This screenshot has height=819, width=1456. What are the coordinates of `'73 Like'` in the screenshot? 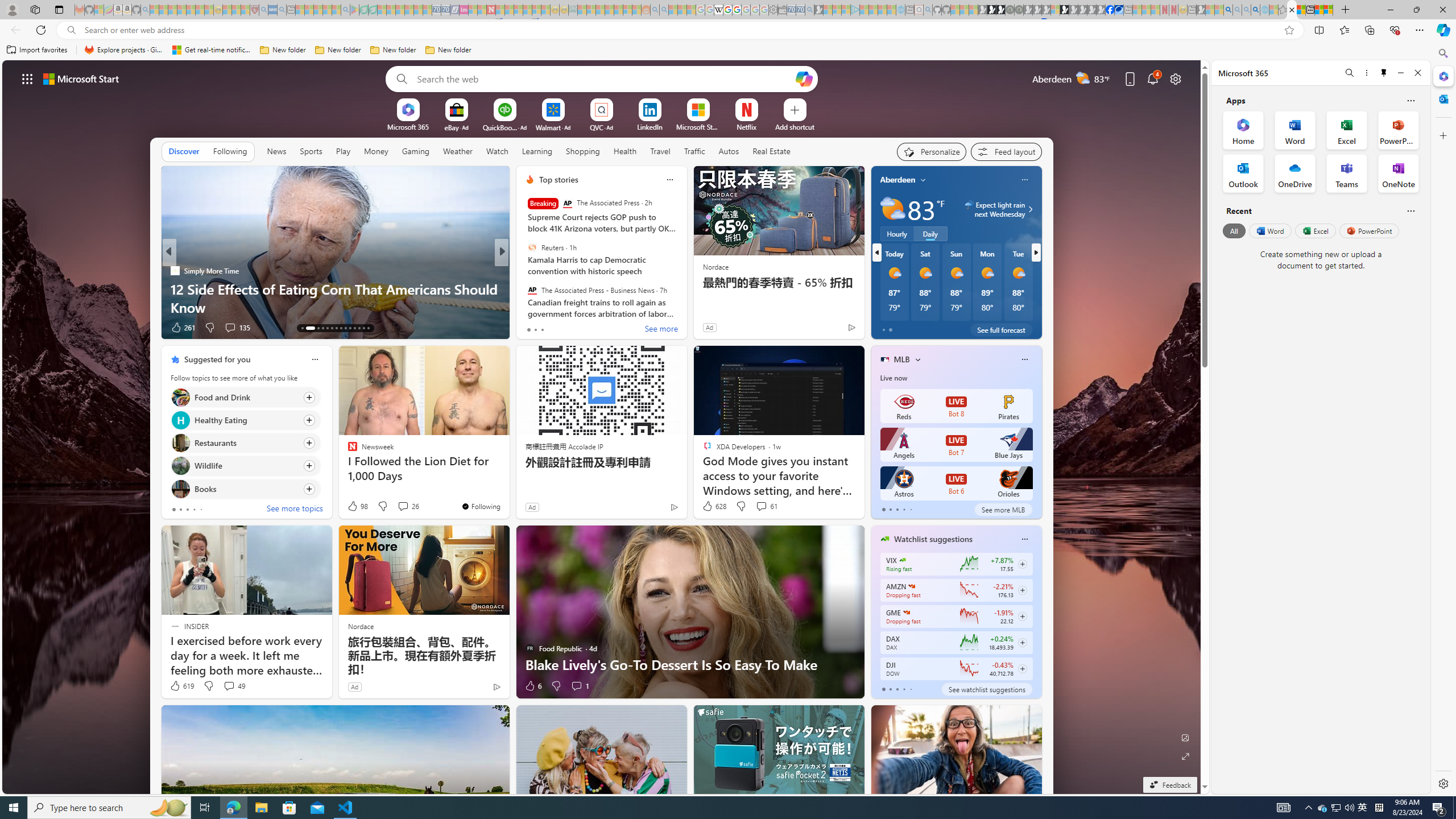 It's located at (531, 327).